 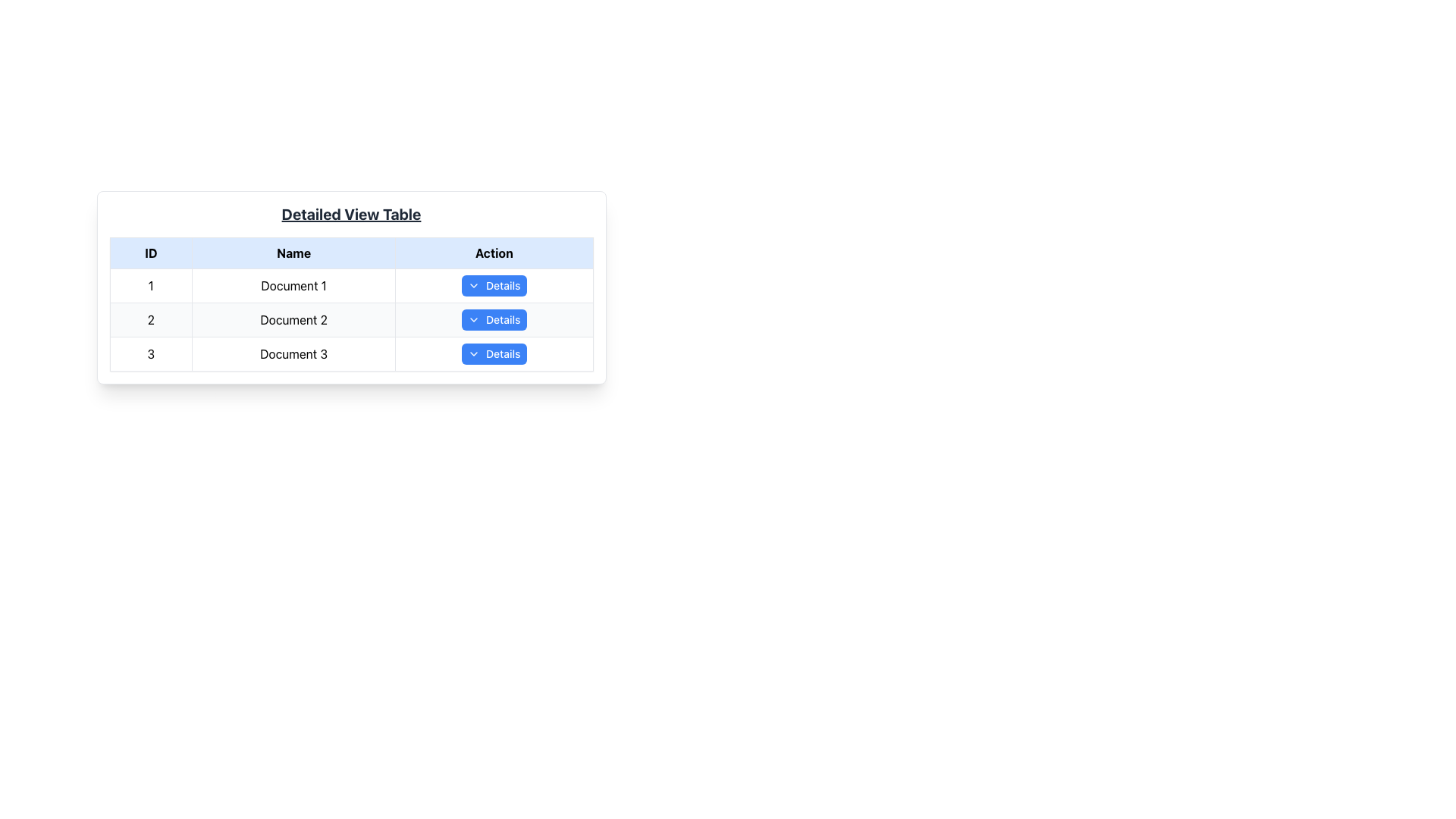 I want to click on the blue 'Details' button with rounded corners located in the 'Action' column of the table, specifically in the second row, so click(x=494, y=318).